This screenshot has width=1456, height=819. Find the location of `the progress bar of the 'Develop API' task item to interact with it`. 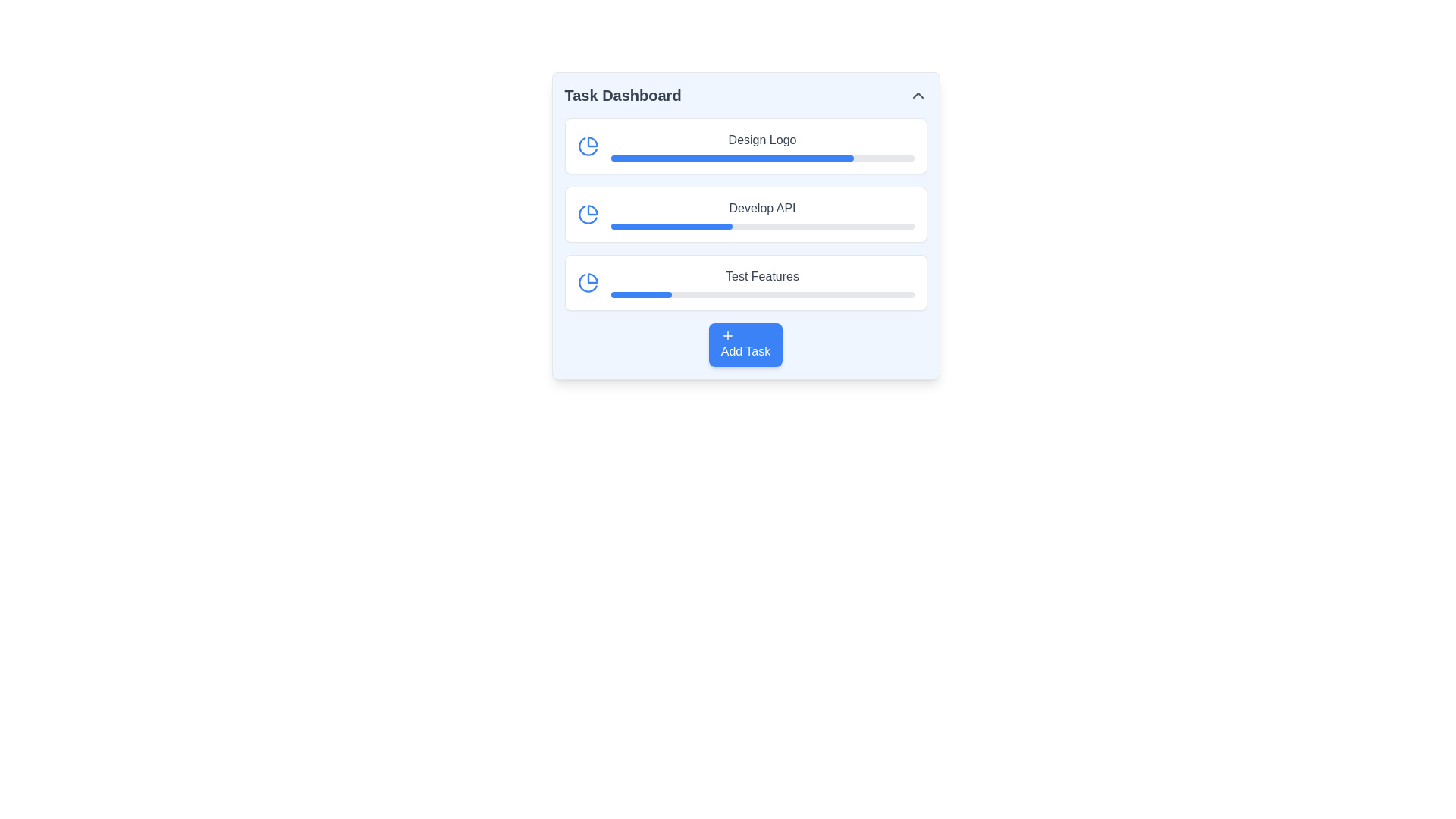

the progress bar of the 'Develop API' task item to interact with it is located at coordinates (762, 214).